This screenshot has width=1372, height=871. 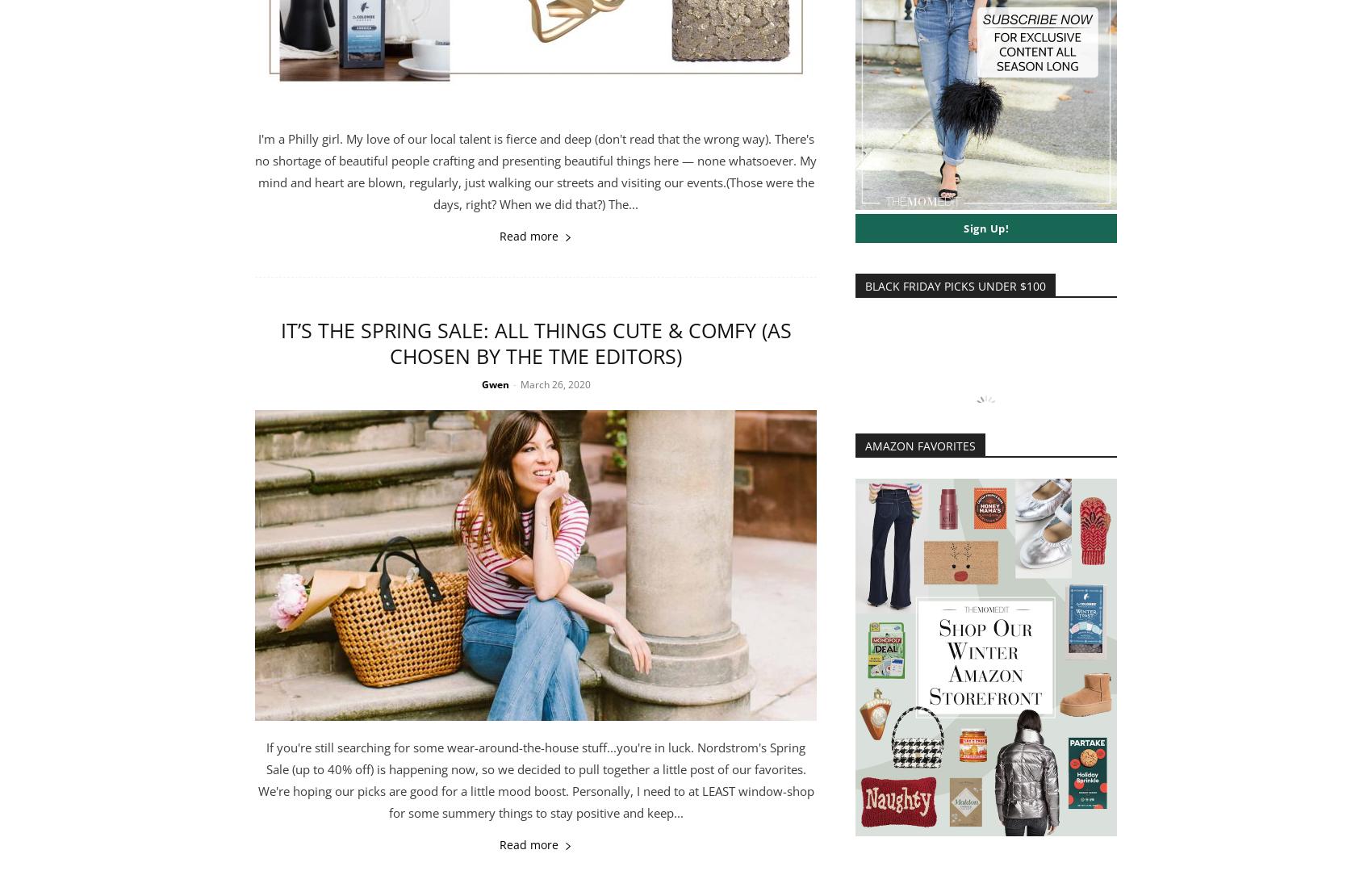 I want to click on 'If you're still searching for some wear-around-the-house stuff...you're in luck. Nordstrom's Spring Sale (up to 40% off) is happening now, so we decided to pull together a little post of our favorites. 



We're hoping our picks are good for a little mood boost. Personally, I need to at LEAST window-shop for some summery things to stay positive and keep...', so click(x=535, y=779).